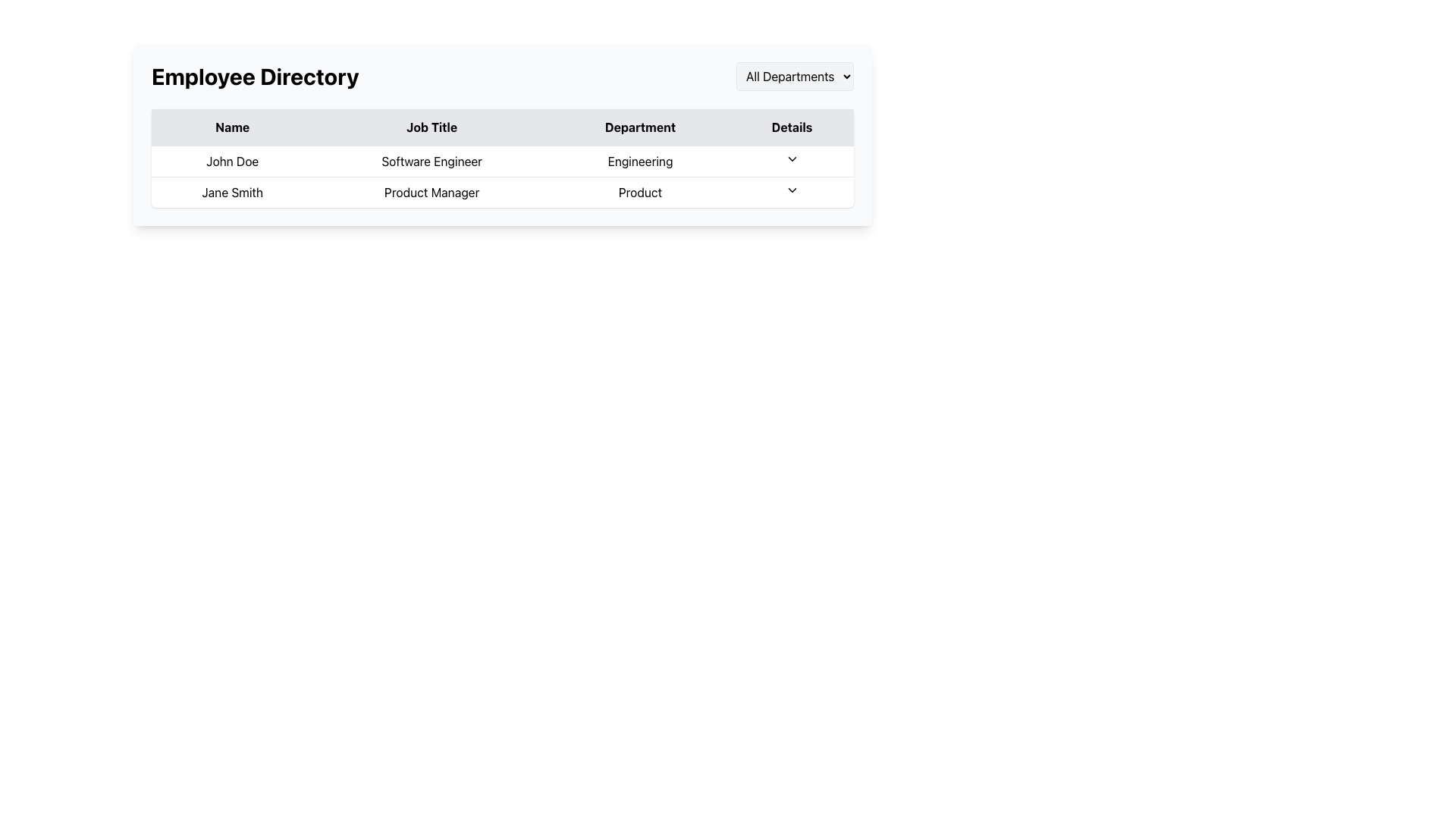 The image size is (1456, 819). What do you see at coordinates (791, 161) in the screenshot?
I see `the small downward-pointing arrow (caret) icon in the 'Details' column of the row for 'John Doe'` at bounding box center [791, 161].